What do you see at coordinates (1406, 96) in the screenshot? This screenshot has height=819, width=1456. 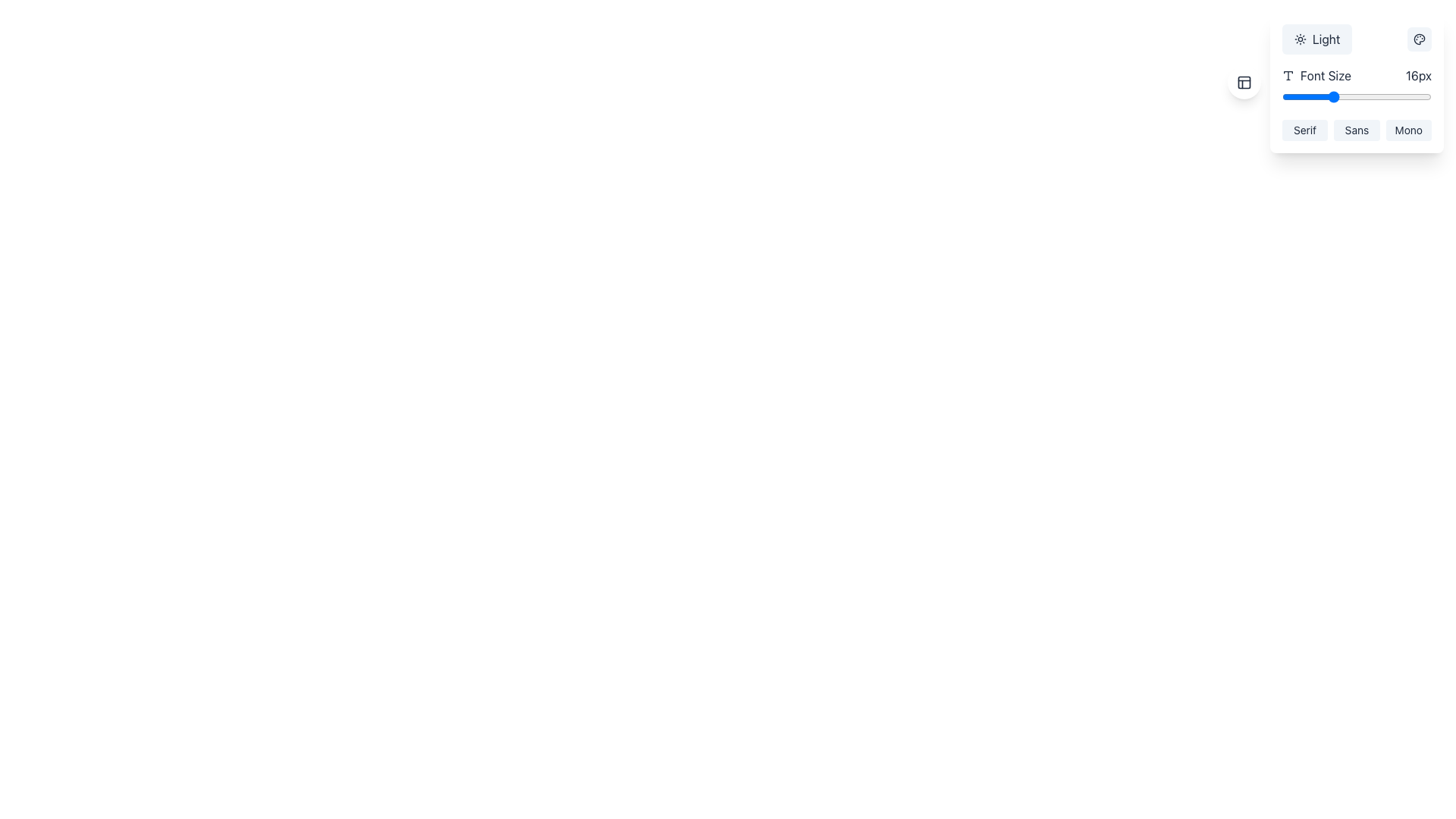 I see `font size` at bounding box center [1406, 96].